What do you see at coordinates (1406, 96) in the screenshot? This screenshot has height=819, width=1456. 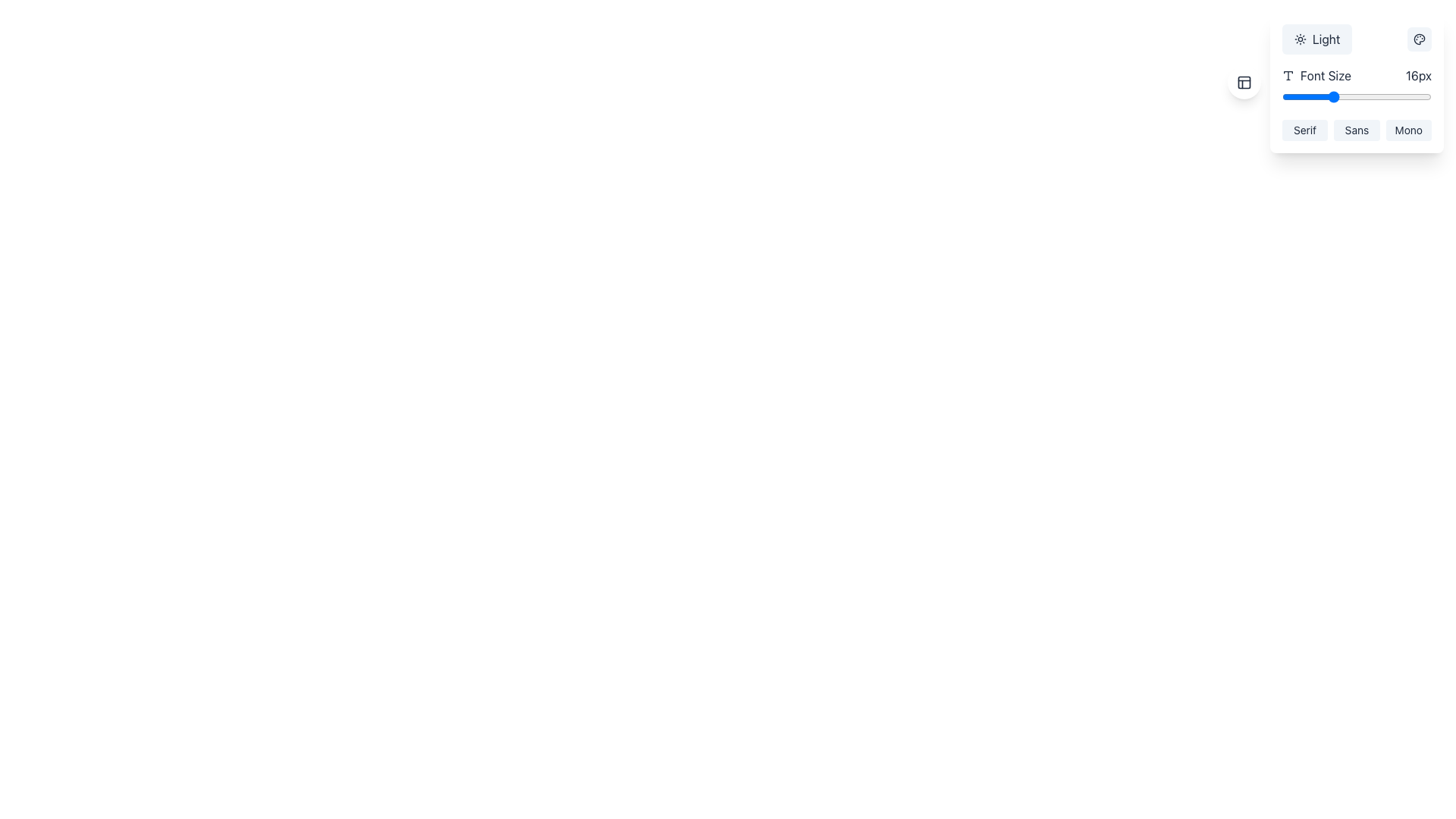 I see `font size` at bounding box center [1406, 96].